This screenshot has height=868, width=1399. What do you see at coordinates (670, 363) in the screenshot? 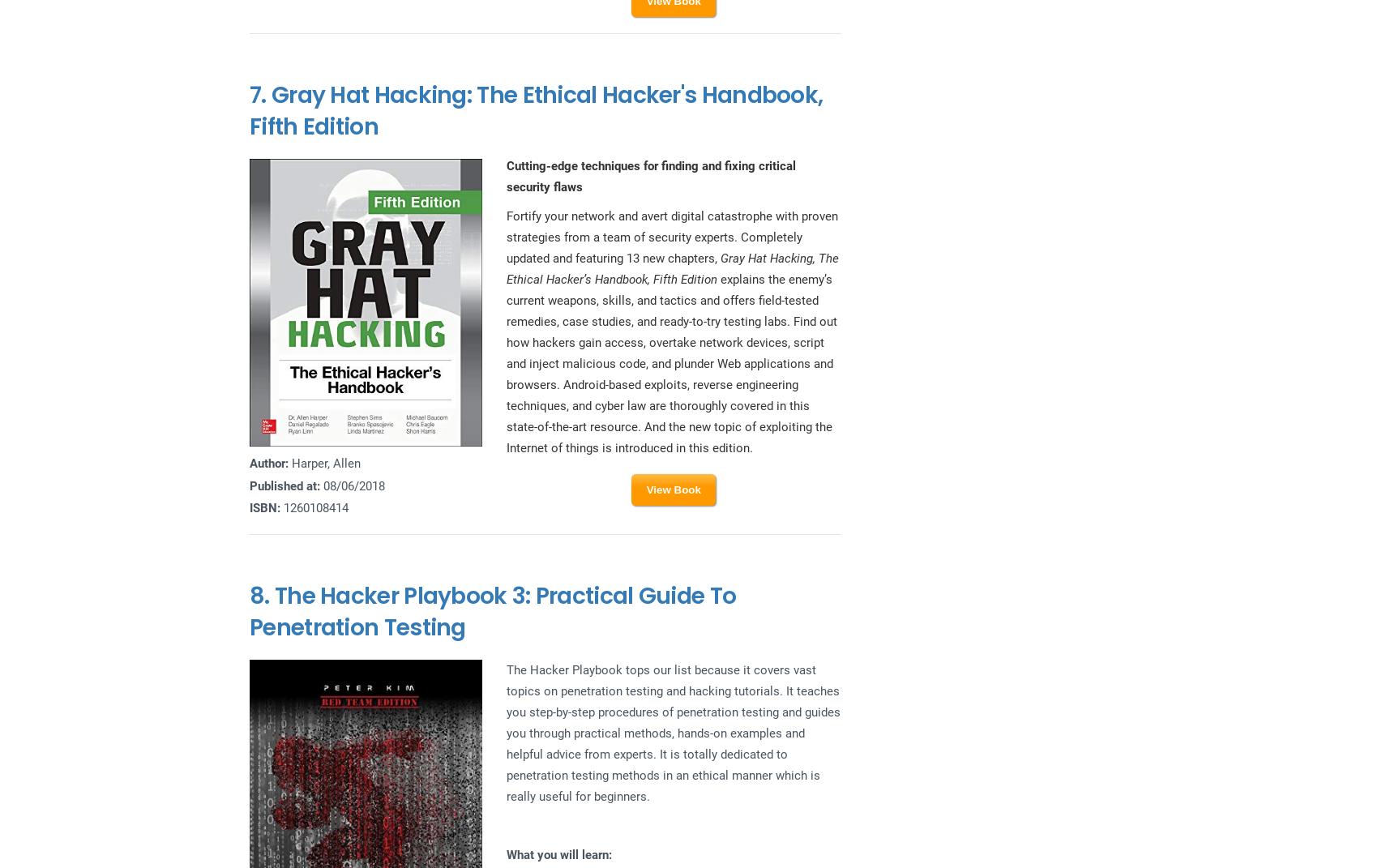
I see `'explains the enemy’s current weapons, skills, and tactics and offers field-tested remedies, case studies, and ready-to-try testing labs. Find out how hackers gain access, overtake network devices, script and inject malicious code, and plunder Web applications and browsers. Android-based exploits, reverse engineering techniques, and cyber law are thoroughly covered in this state-of-the-art resource. And the new topic of exploiting the Internet of things is introduced in this edition.'` at bounding box center [670, 363].